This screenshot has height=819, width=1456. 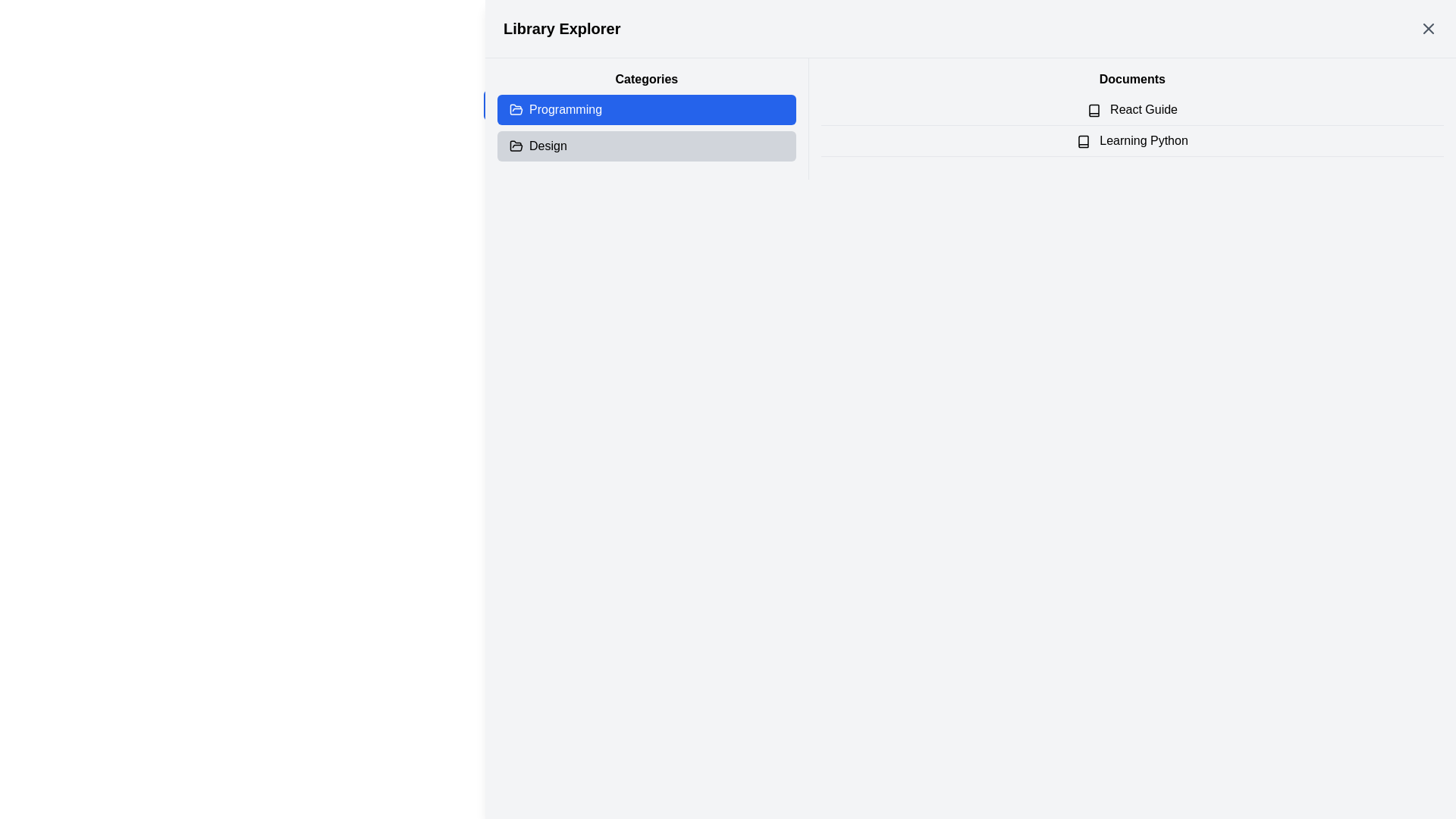 What do you see at coordinates (1131, 124) in the screenshot?
I see `the second list item labeled 'Learning Python'` at bounding box center [1131, 124].